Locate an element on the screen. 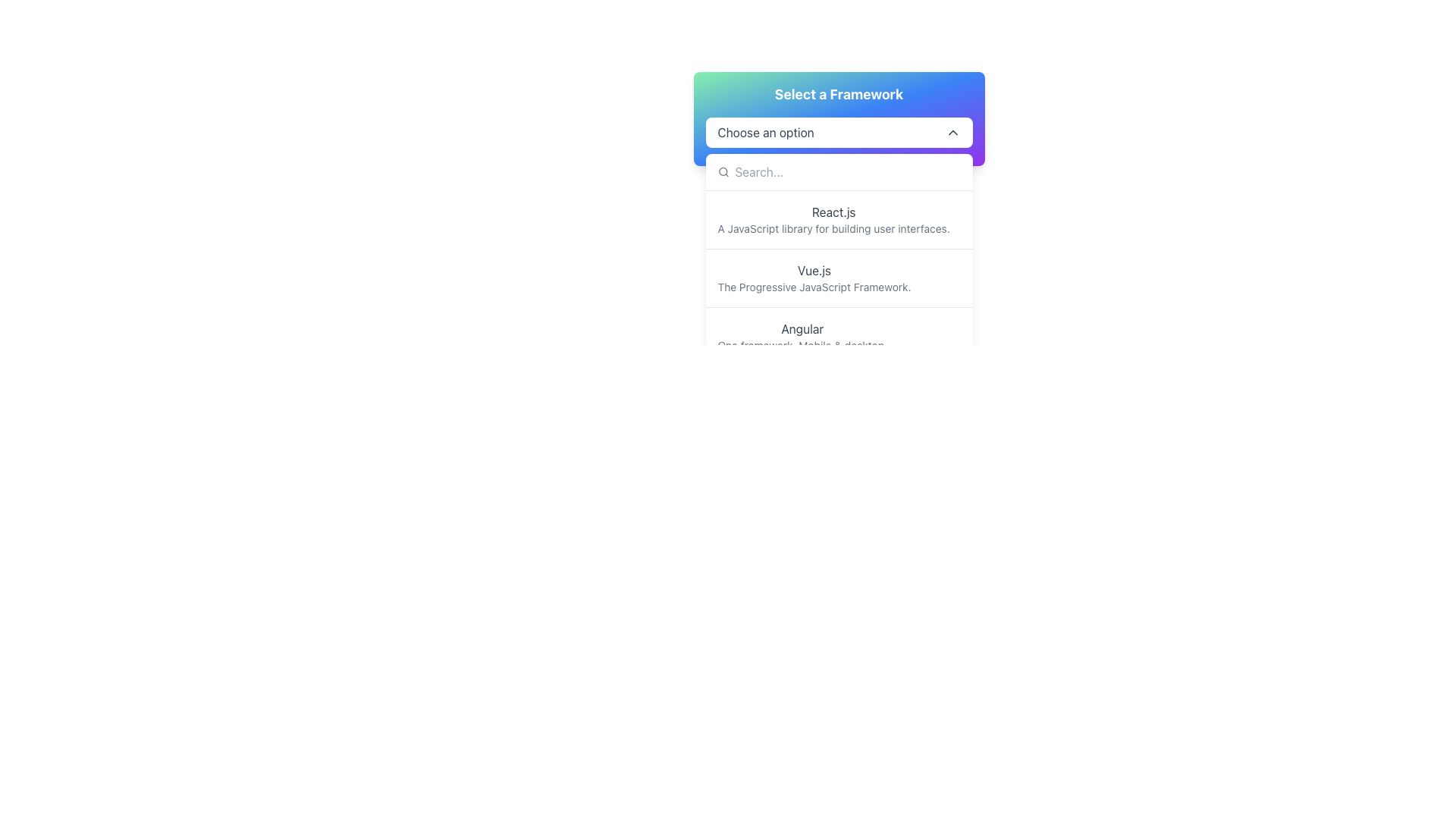  the 'Vue.js' text item in the dropdown menu is located at coordinates (814, 270).